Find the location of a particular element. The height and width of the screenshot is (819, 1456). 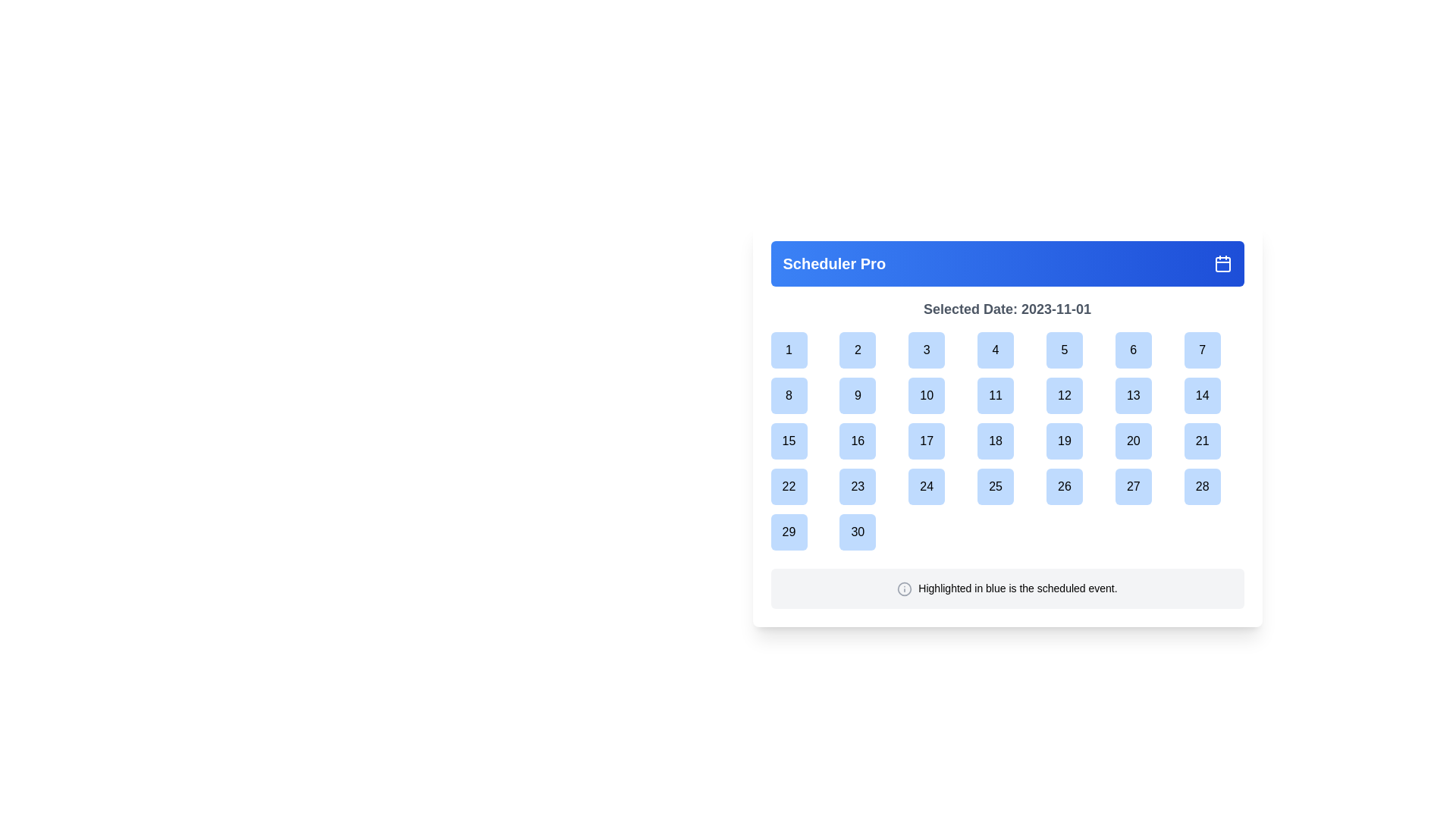

the button representing the date '14' in the calendar grid, located in the second row and seventh column is located at coordinates (1201, 394).